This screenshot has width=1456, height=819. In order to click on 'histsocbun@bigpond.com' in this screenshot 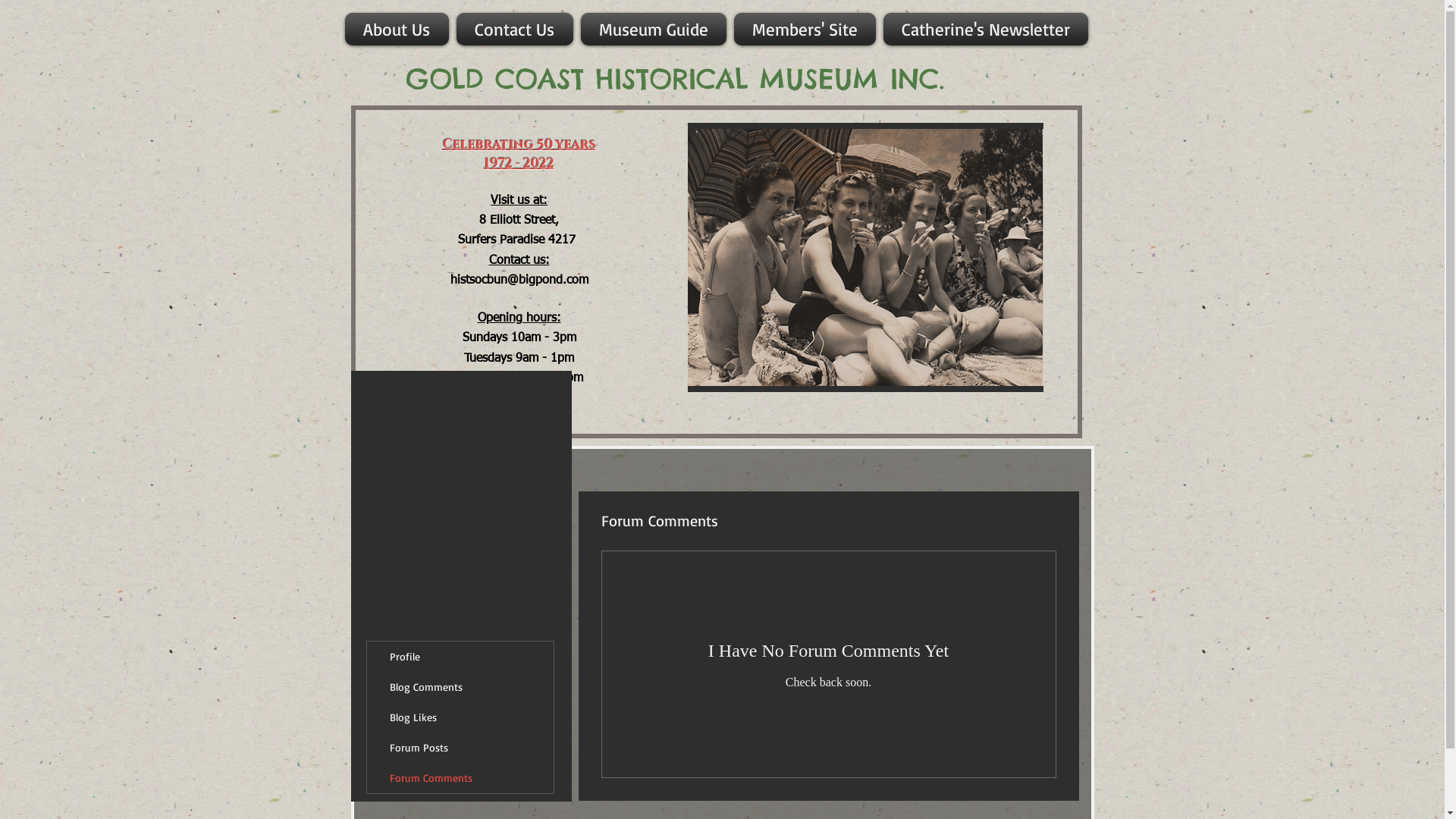, I will do `click(519, 281)`.